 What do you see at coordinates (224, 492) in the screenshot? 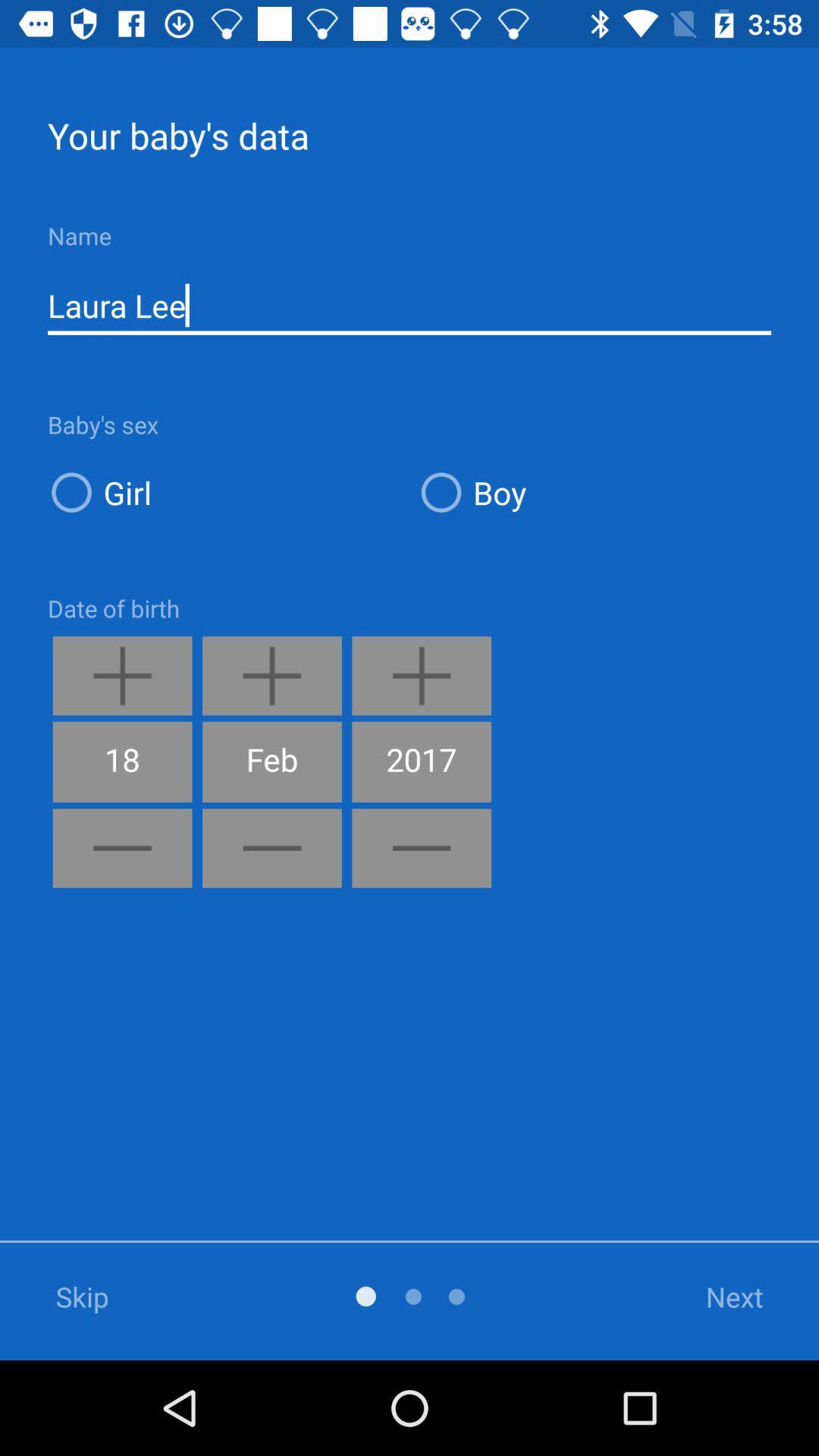
I see `the girl icon` at bounding box center [224, 492].